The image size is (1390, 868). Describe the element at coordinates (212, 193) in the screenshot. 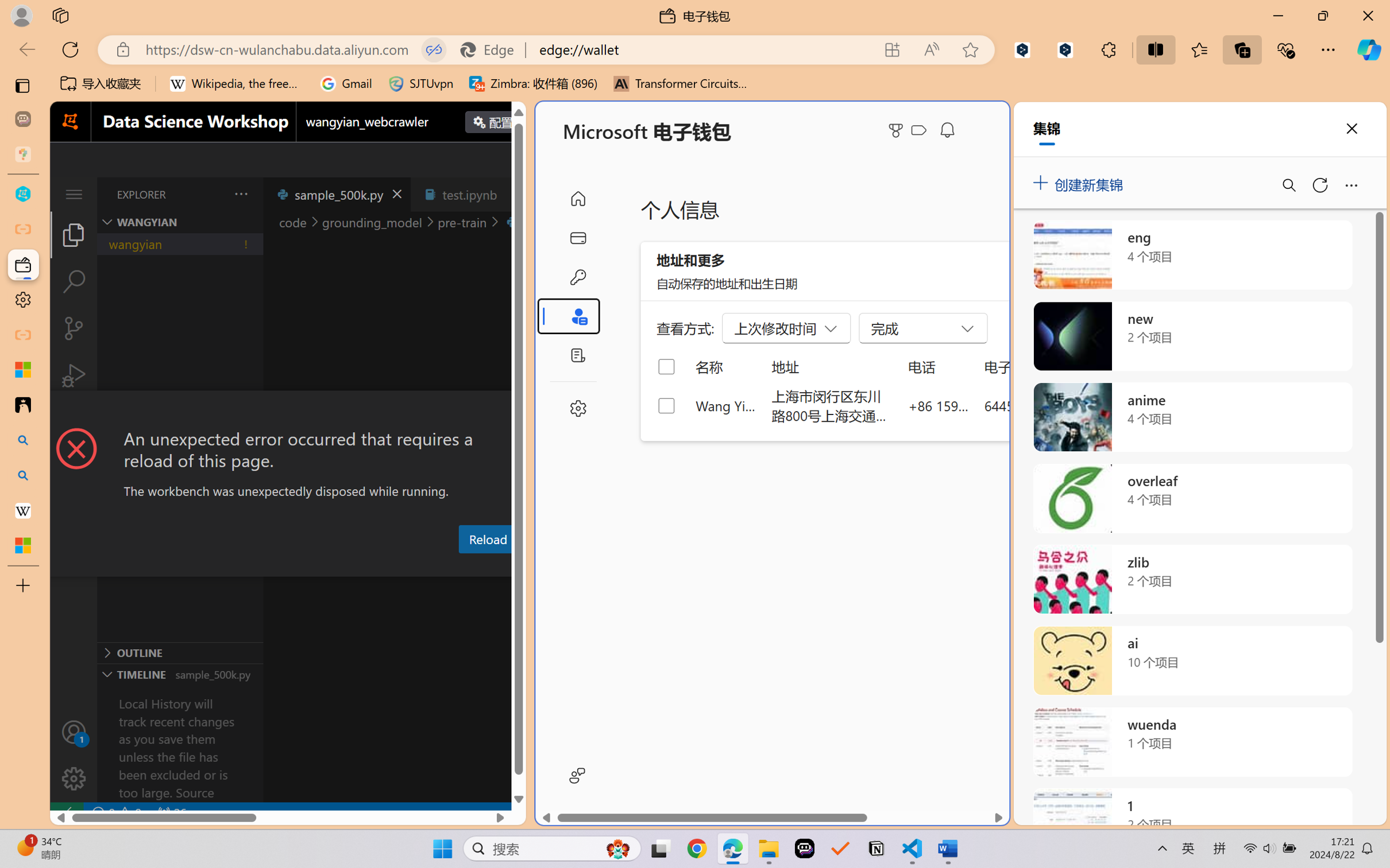

I see `'Explorer actions'` at that location.